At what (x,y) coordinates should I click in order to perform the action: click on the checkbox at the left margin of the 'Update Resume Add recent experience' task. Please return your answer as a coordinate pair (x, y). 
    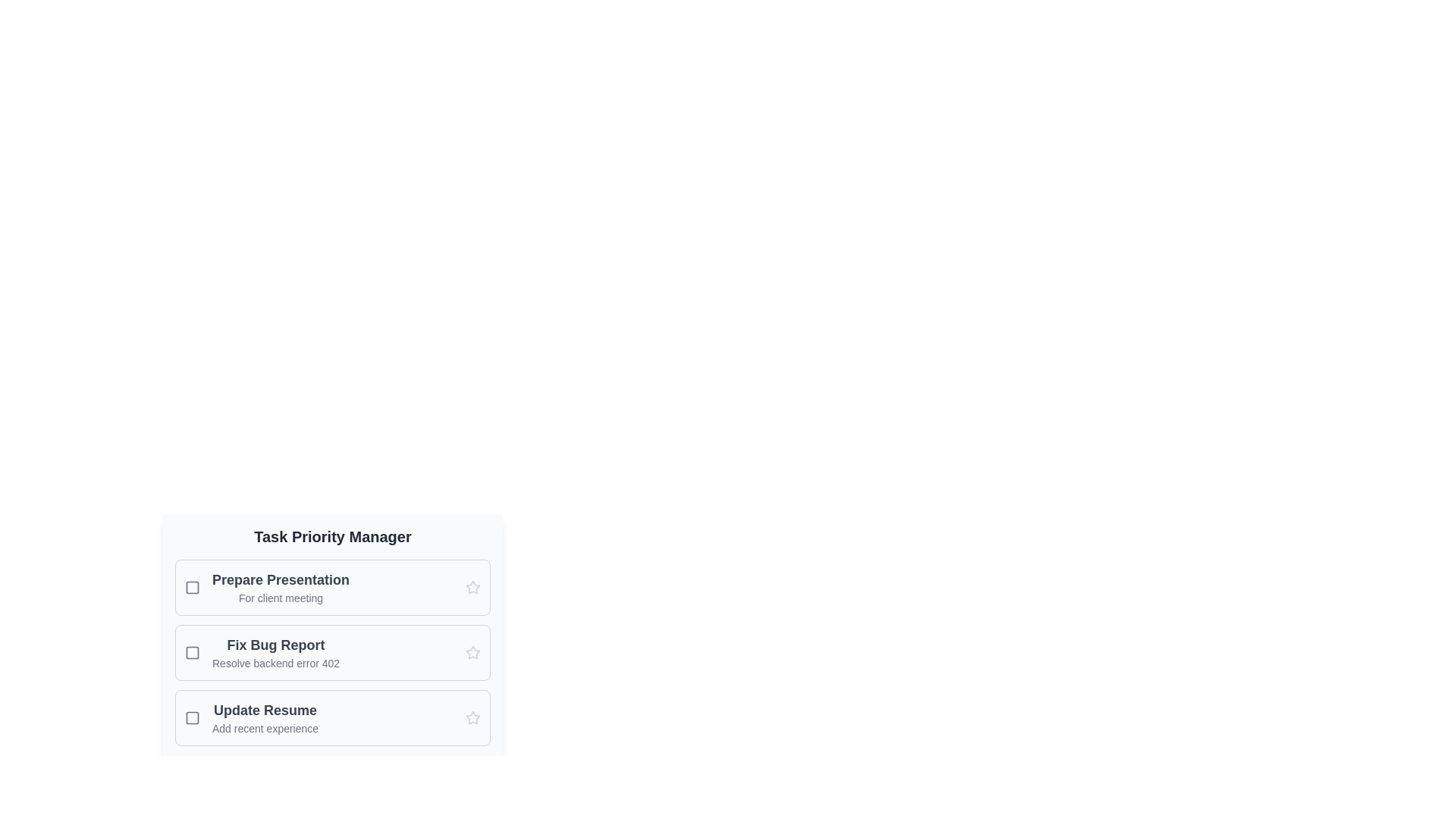
    Looking at the image, I should click on (192, 717).